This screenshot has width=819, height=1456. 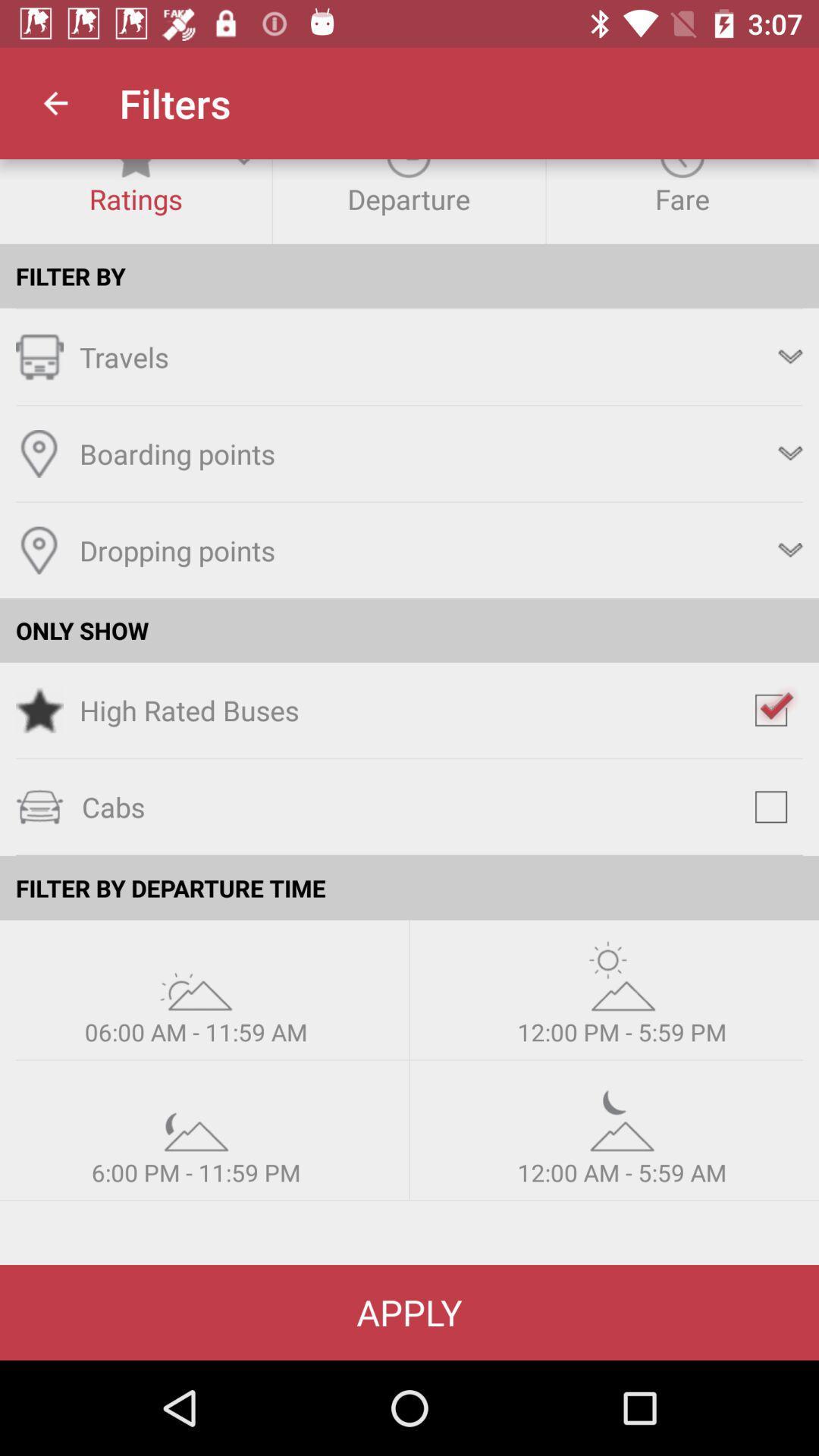 What do you see at coordinates (195, 975) in the screenshot?
I see `filter by morning time` at bounding box center [195, 975].